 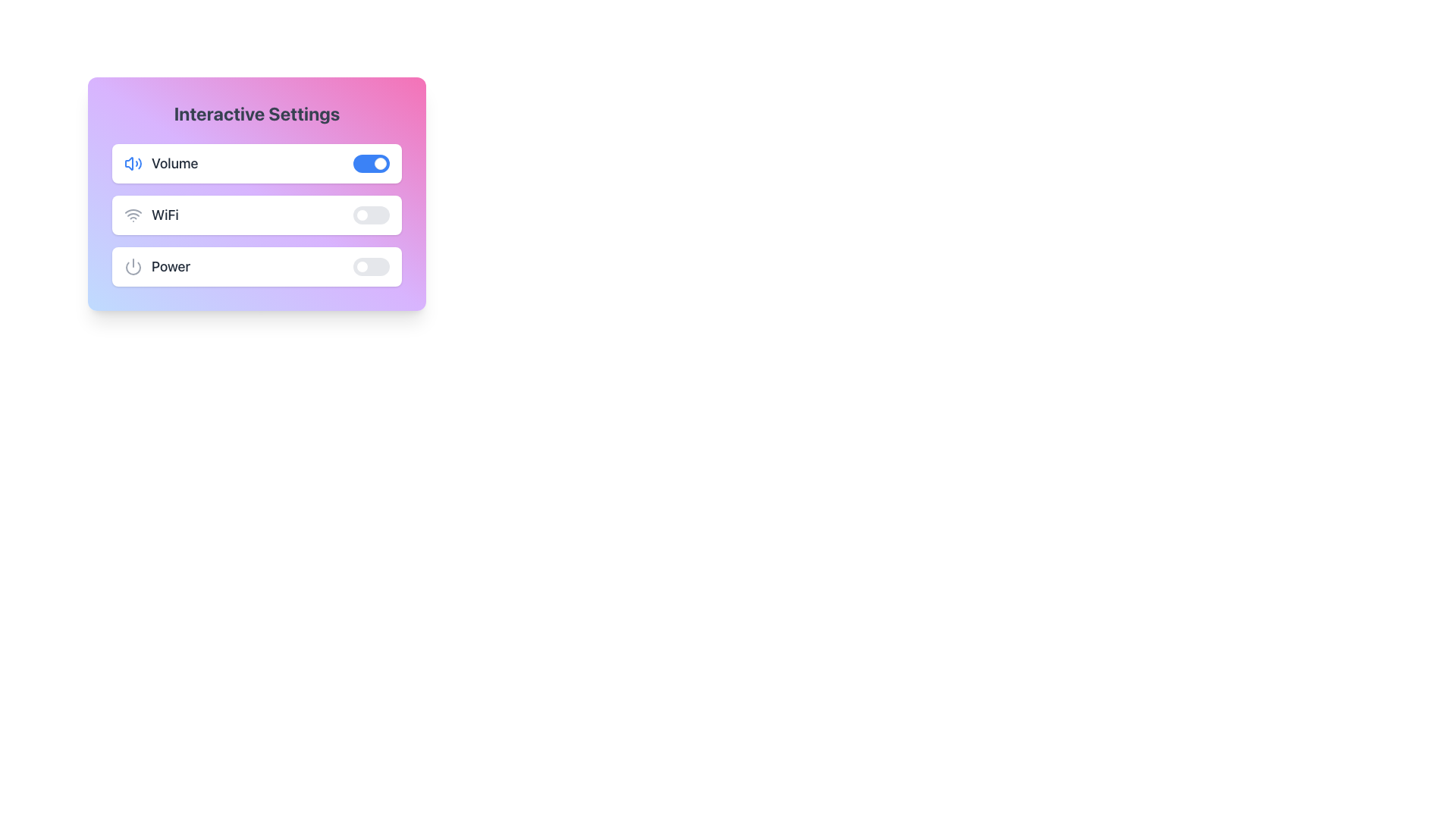 I want to click on the toggle switch in the Volume section of the settings panel to change its state, so click(x=371, y=164).